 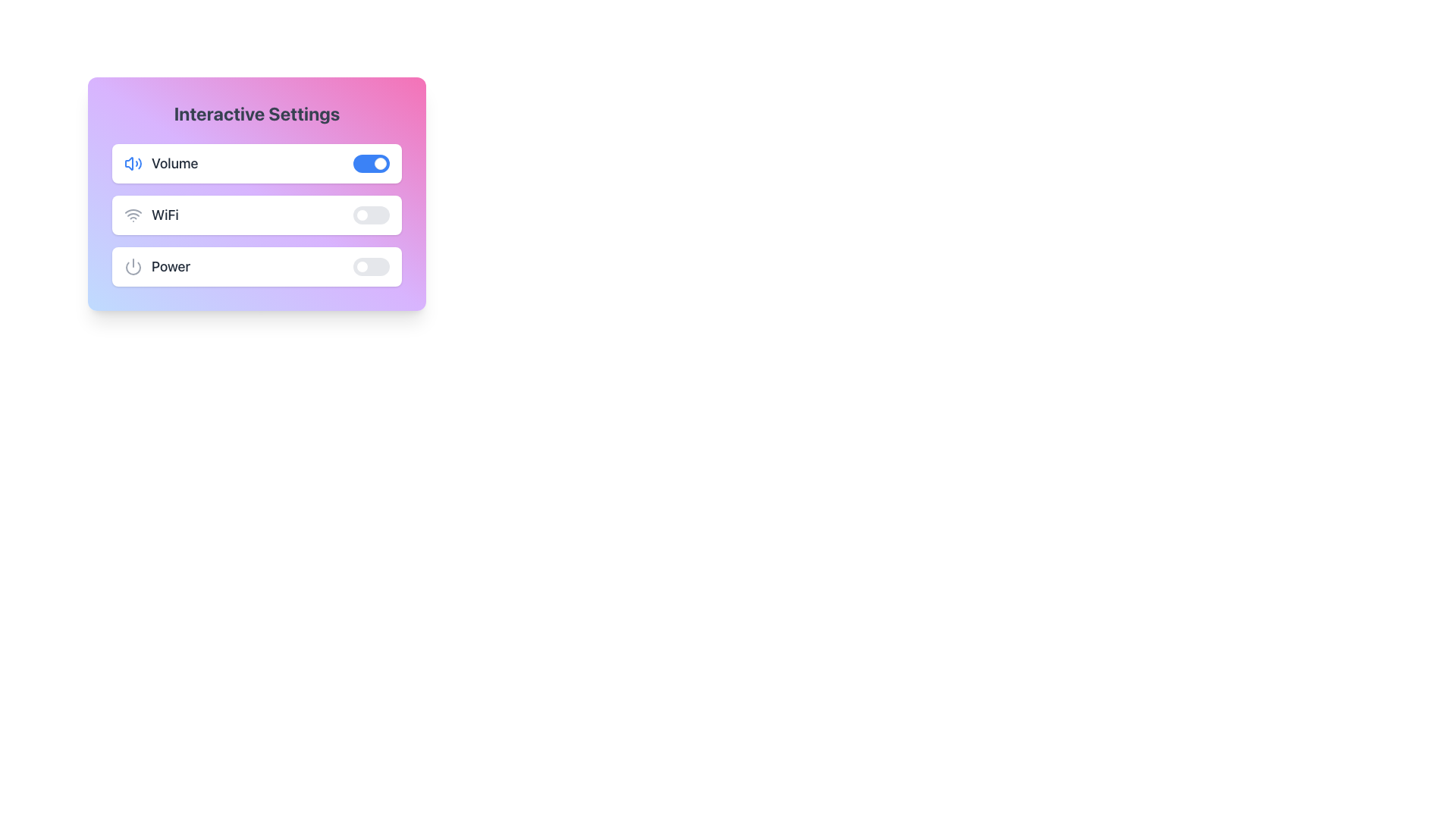 I want to click on the toggle switch in the Volume section of the settings panel to change its state, so click(x=371, y=164).